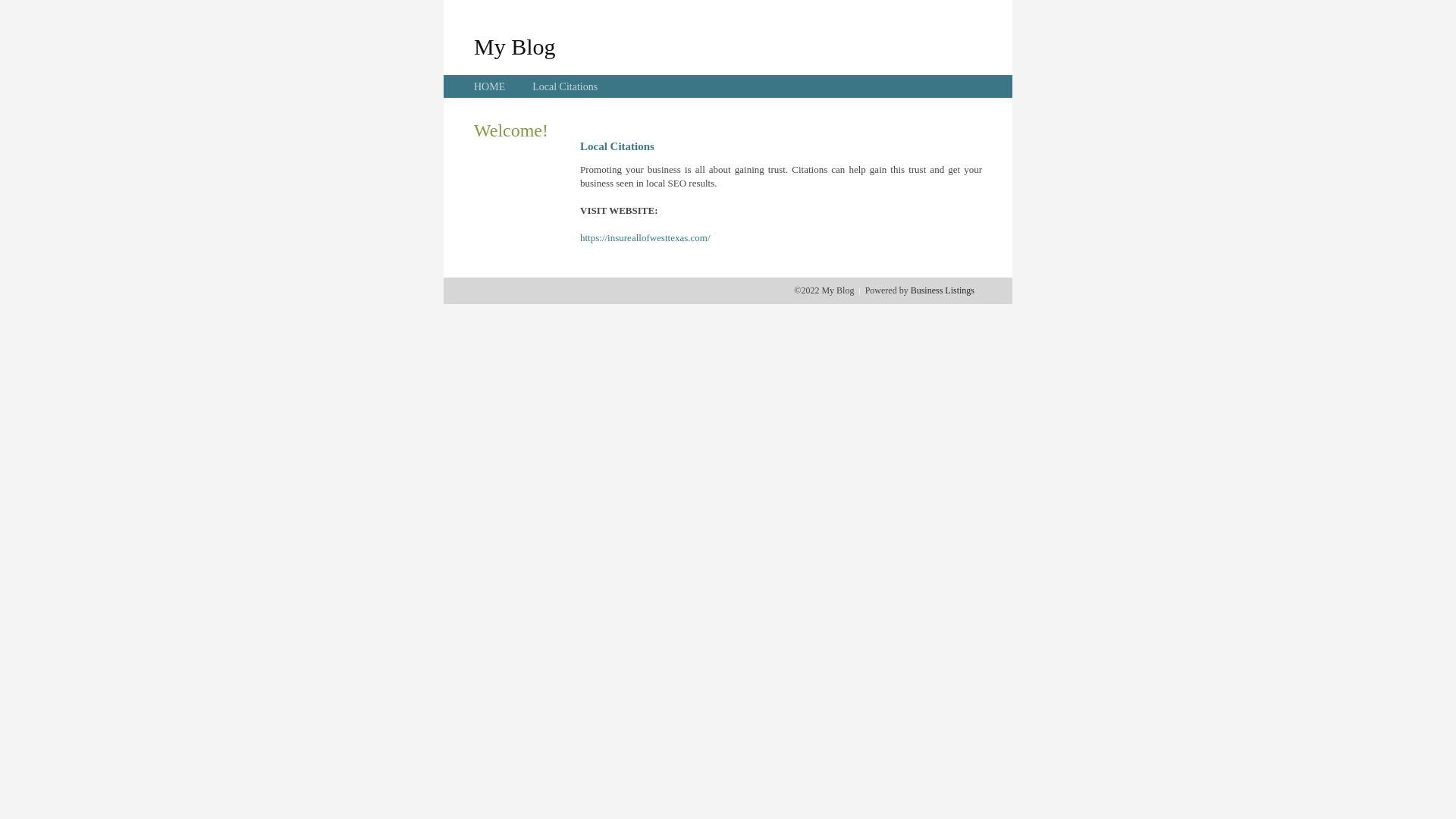  Describe the element at coordinates (645, 237) in the screenshot. I see `'https://insureallofwesttexas.com/'` at that location.